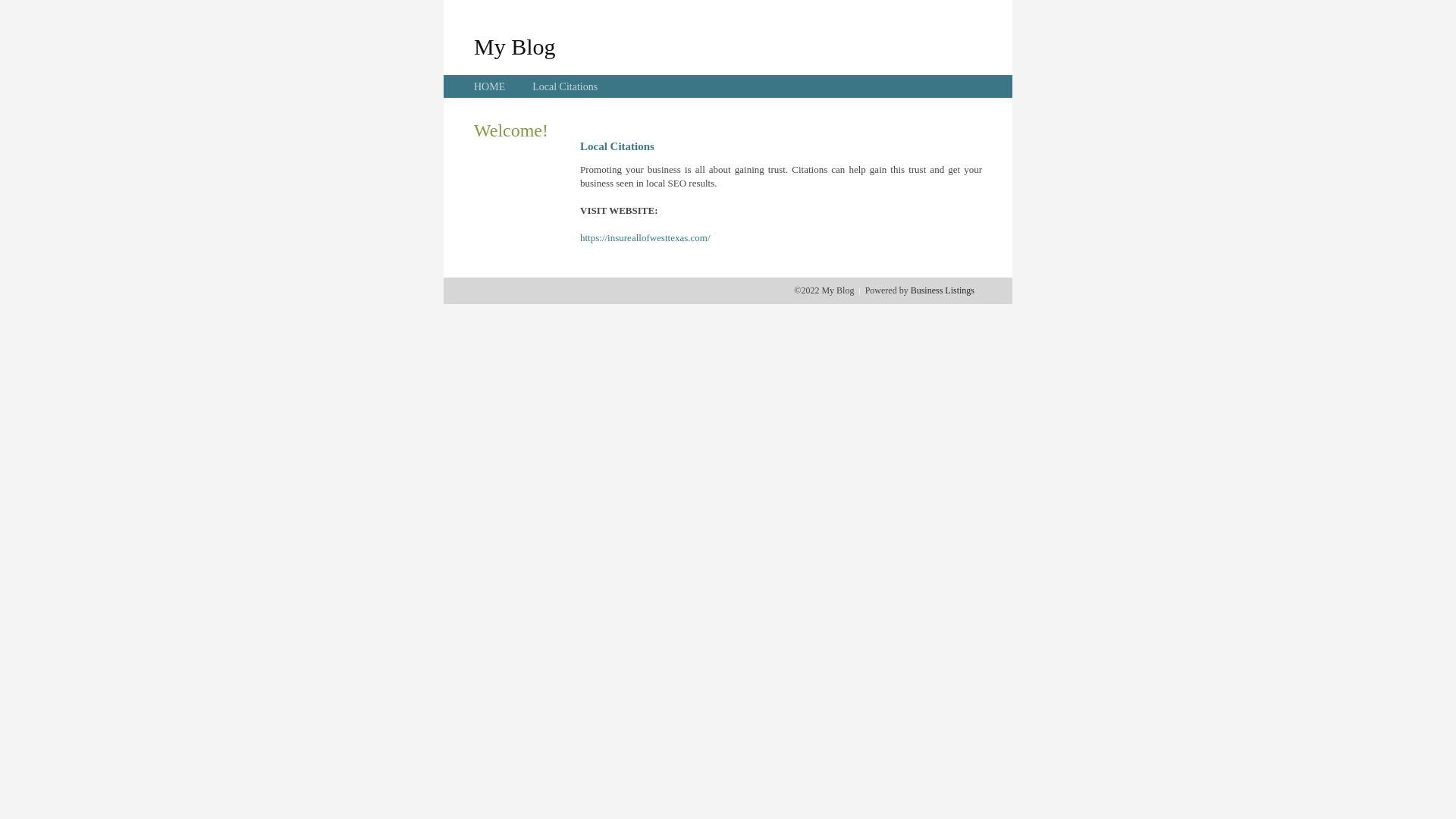  Describe the element at coordinates (645, 237) in the screenshot. I see `'https://insureallofwesttexas.com/'` at that location.